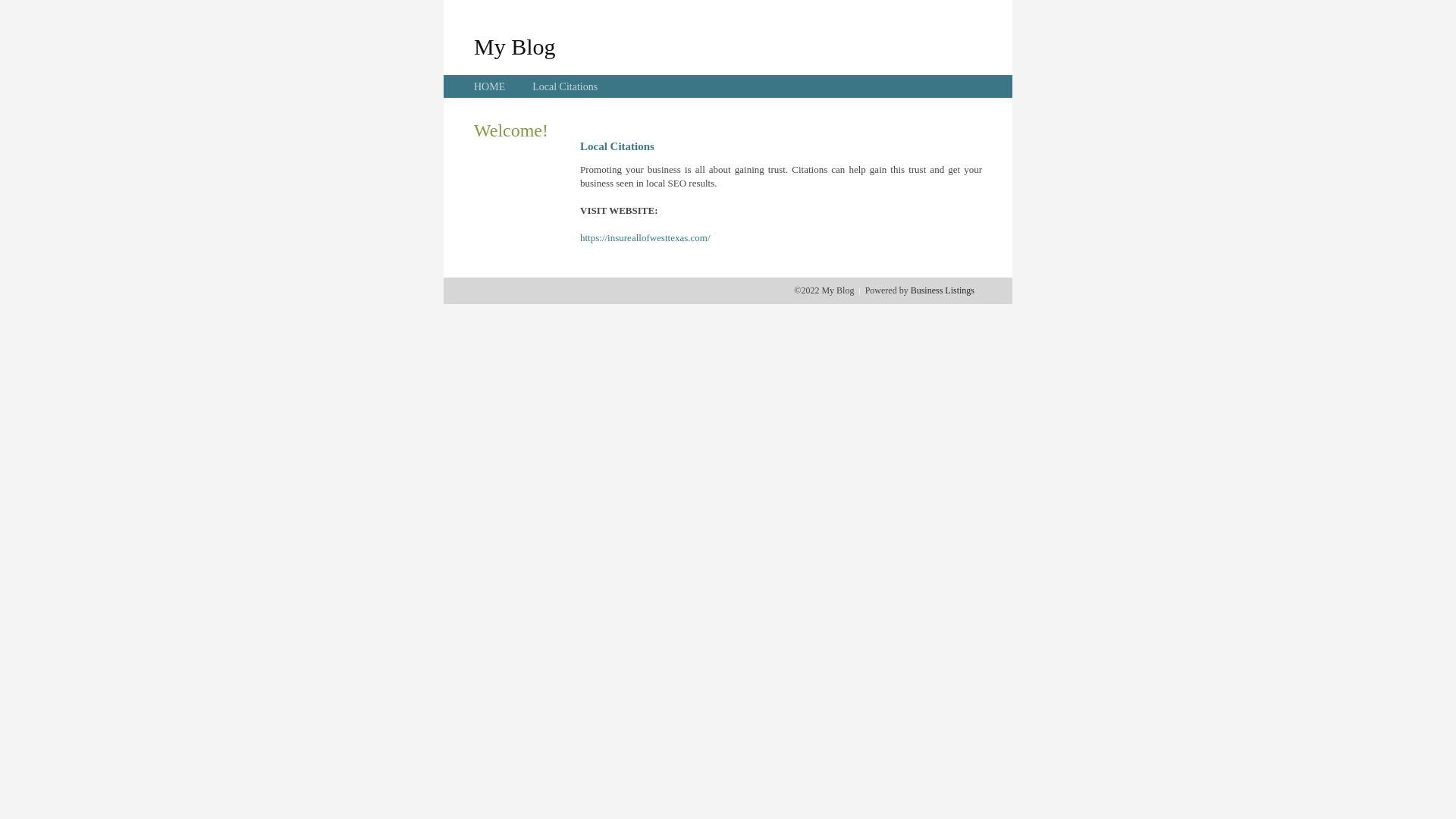  Describe the element at coordinates (645, 237) in the screenshot. I see `'https://insureallofwesttexas.com/'` at that location.